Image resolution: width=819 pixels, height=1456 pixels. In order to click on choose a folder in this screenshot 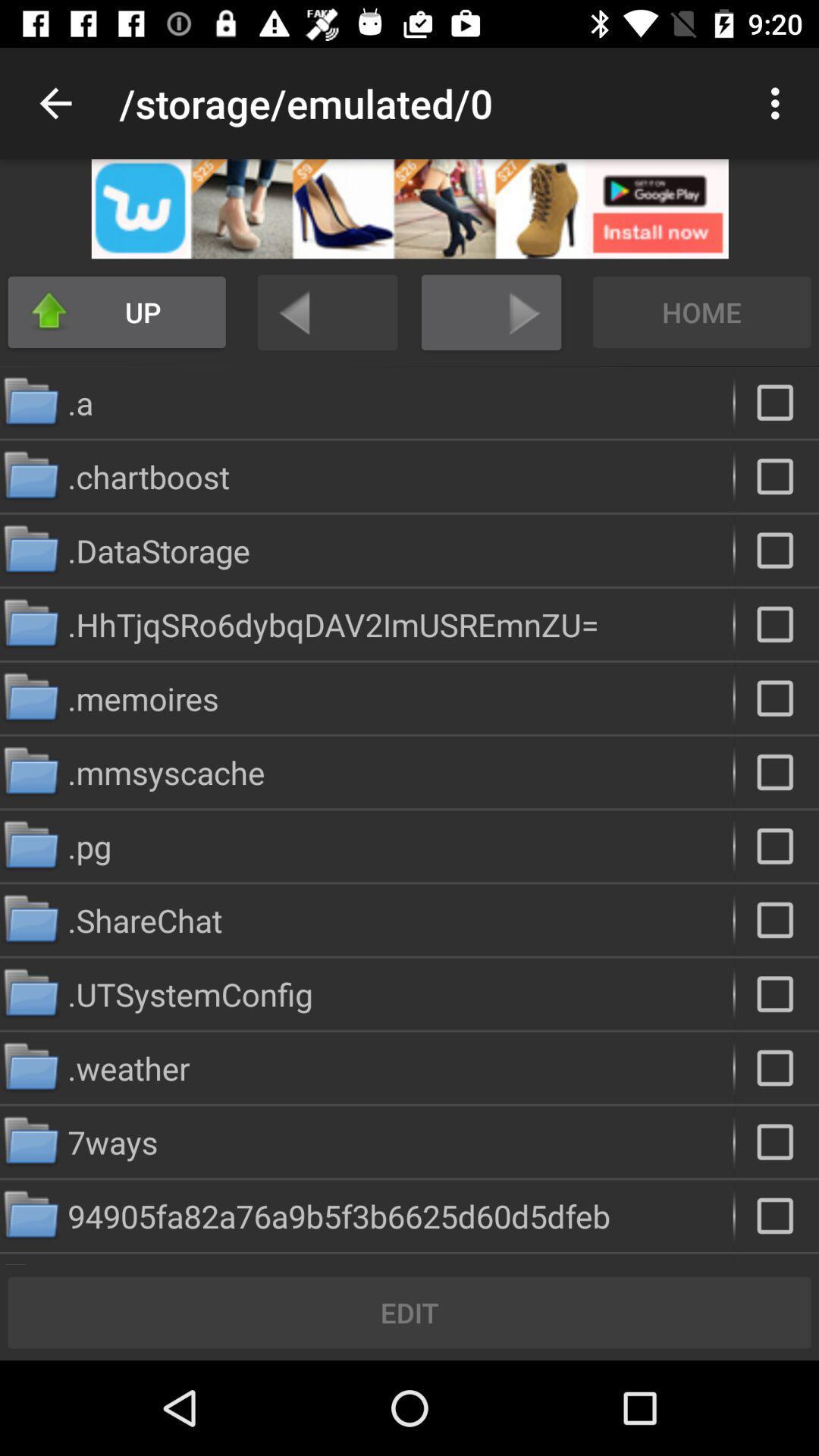, I will do `click(777, 846)`.